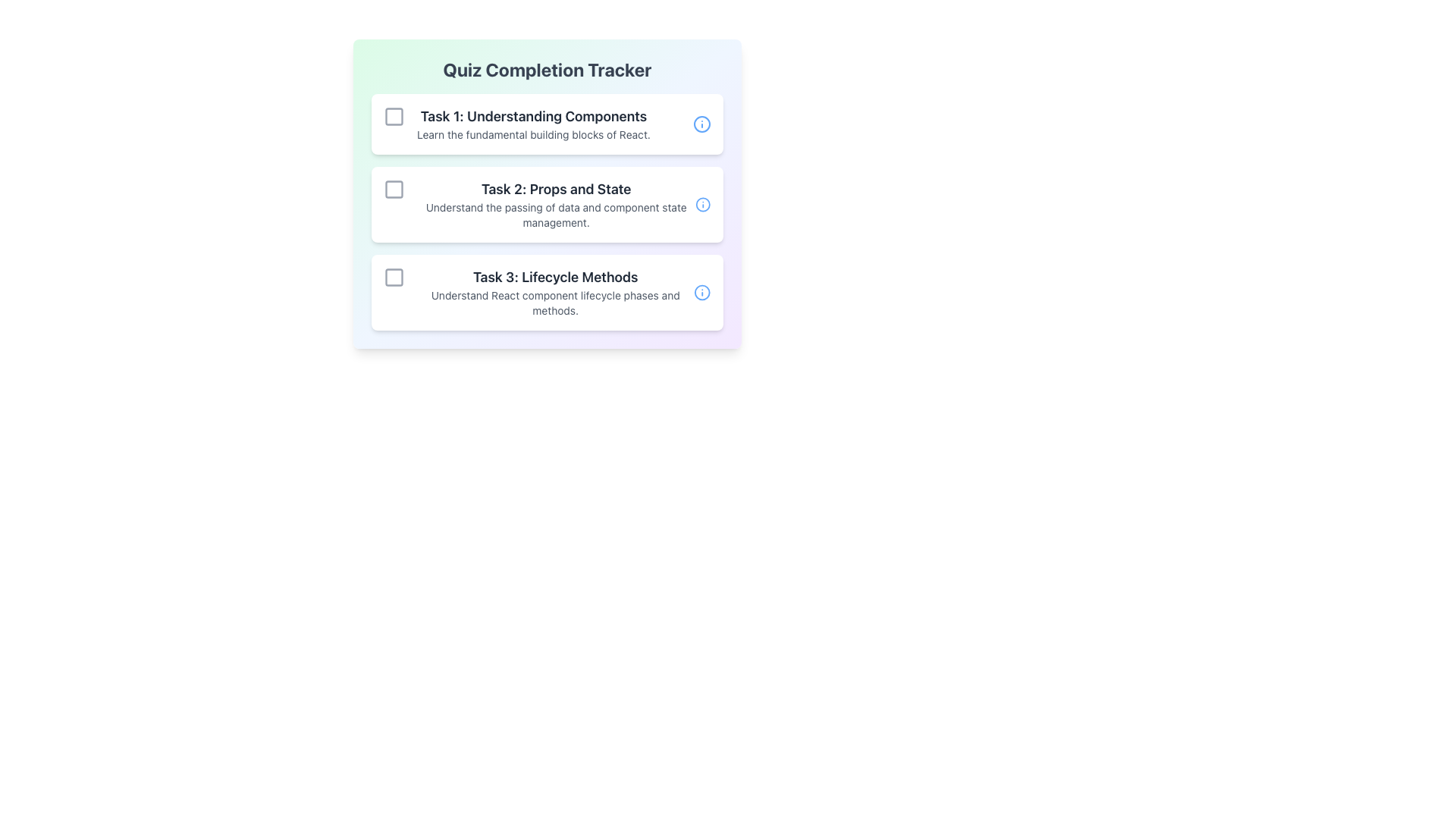 Image resolution: width=1456 pixels, height=819 pixels. Describe the element at coordinates (554, 303) in the screenshot. I see `the static text element that reads 'Understand React component lifecycle phases and methods.' located in the 'Task 3: Lifecycle Methods' section of the 'Quiz Completion Tracker' interface` at that location.